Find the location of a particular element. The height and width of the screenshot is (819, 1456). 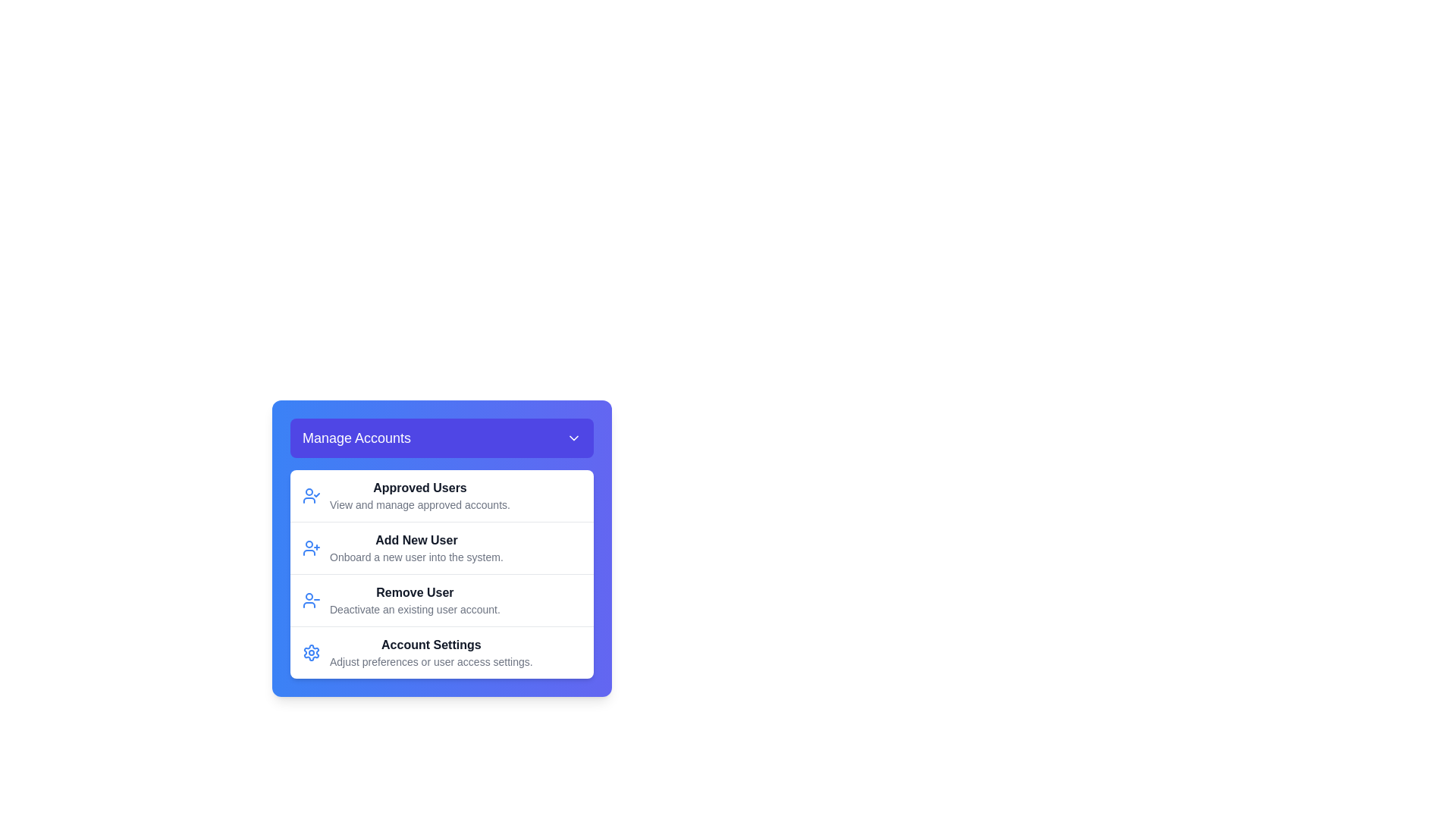

the 'Approved Users' text label, which is the first option under the 'Manage Accounts' section and features a bold black font for the title and a lighter gray font for the description is located at coordinates (419, 496).